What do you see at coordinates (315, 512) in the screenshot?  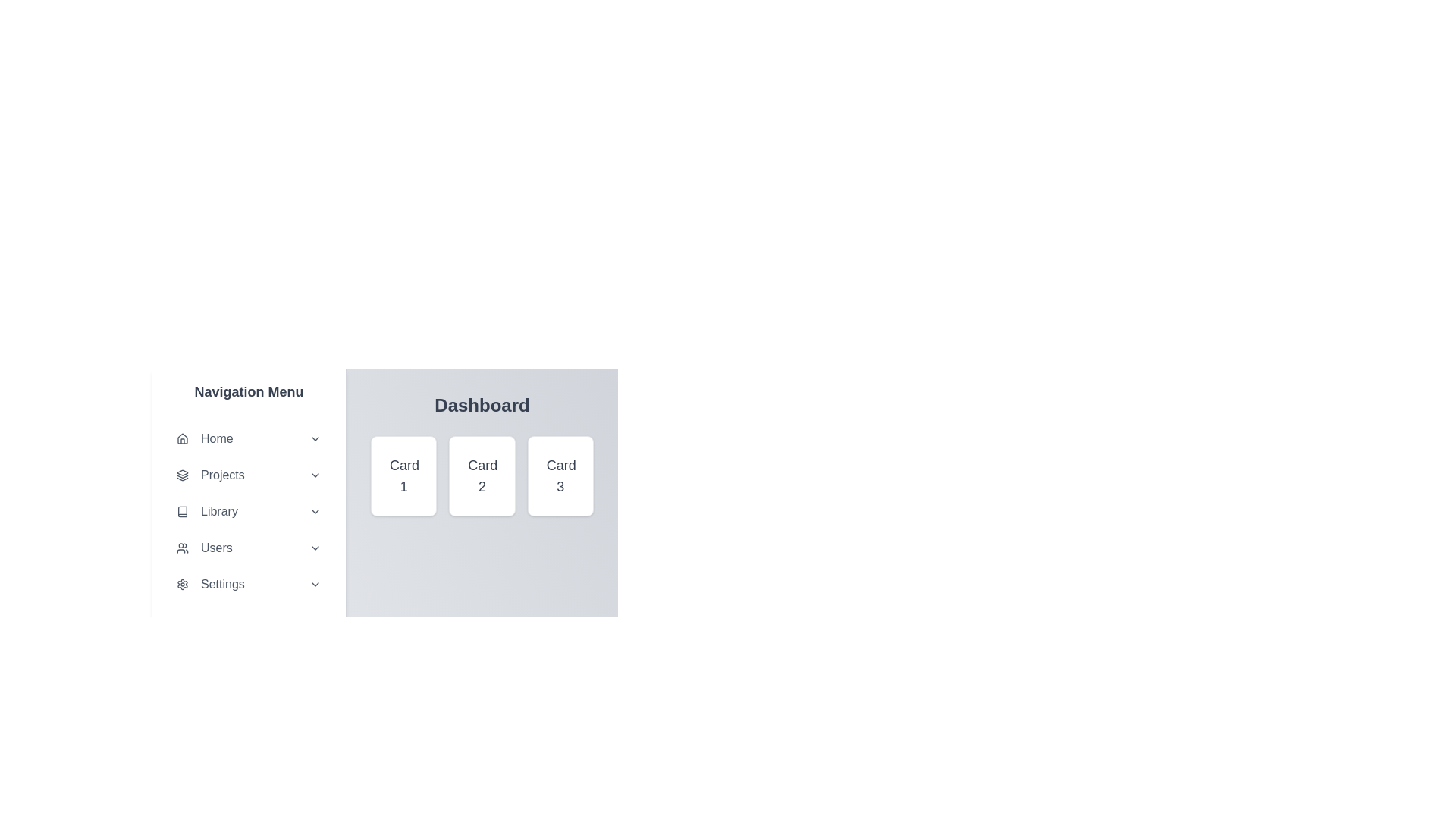 I see `the downward-pointing chevron icon located to the right of the text 'Library'` at bounding box center [315, 512].